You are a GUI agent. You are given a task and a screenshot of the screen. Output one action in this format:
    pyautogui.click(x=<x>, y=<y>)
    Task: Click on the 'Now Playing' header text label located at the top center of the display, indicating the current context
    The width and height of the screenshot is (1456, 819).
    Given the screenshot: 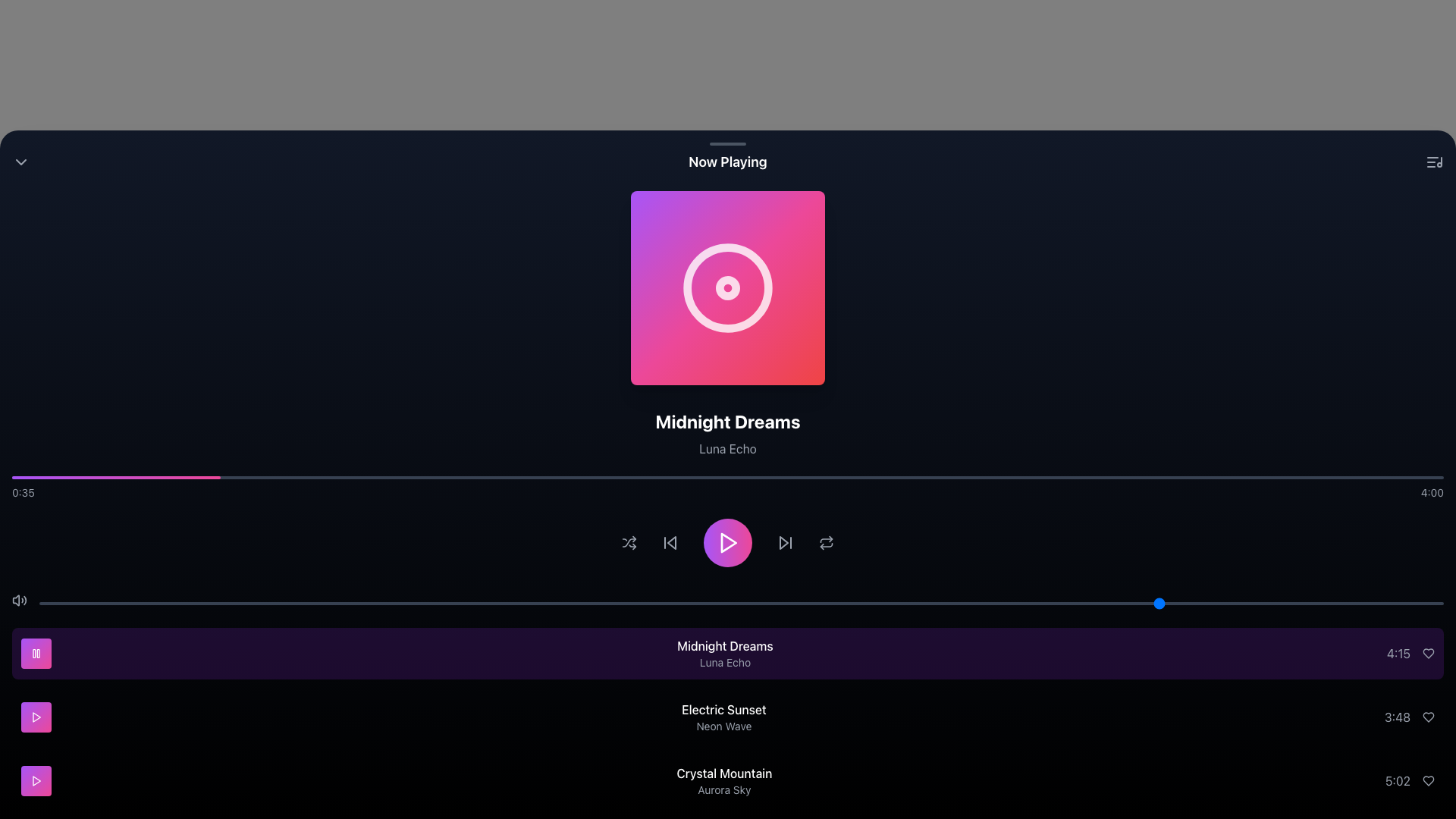 What is the action you would take?
    pyautogui.click(x=728, y=162)
    